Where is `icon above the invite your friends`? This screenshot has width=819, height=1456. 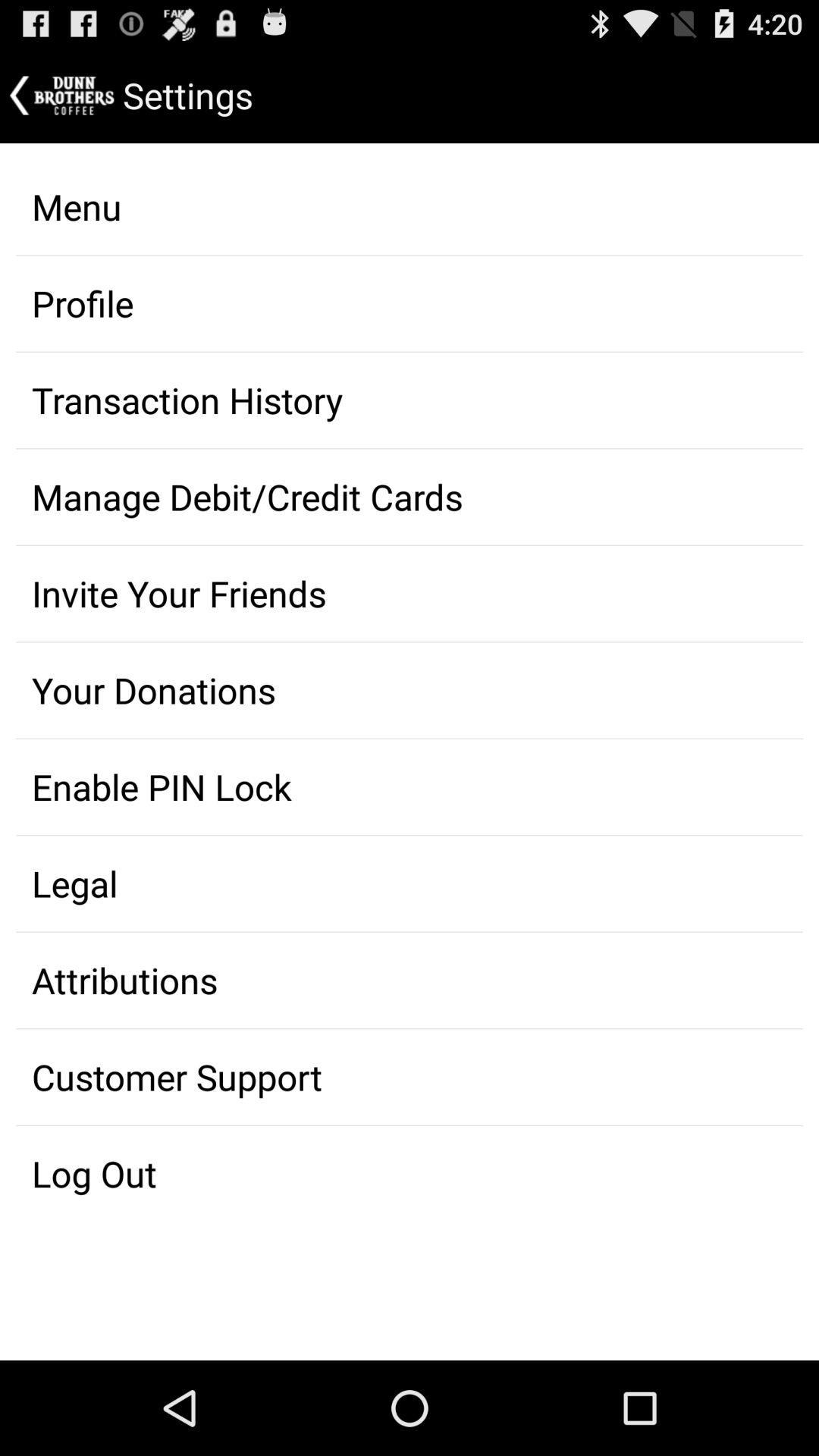
icon above the invite your friends is located at coordinates (409, 497).